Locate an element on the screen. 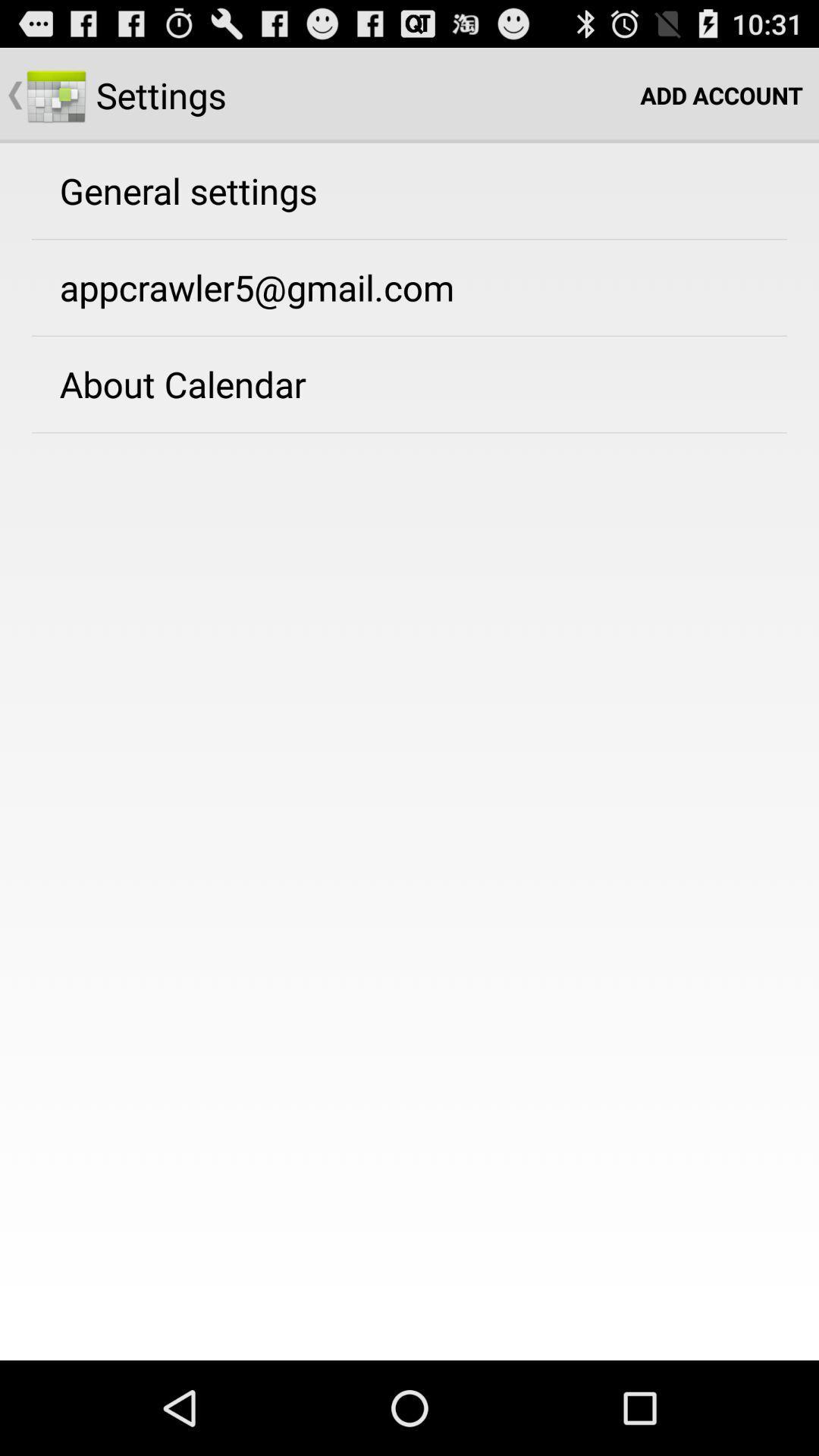 The width and height of the screenshot is (819, 1456). appcrawler5@gmail.com item is located at coordinates (256, 287).